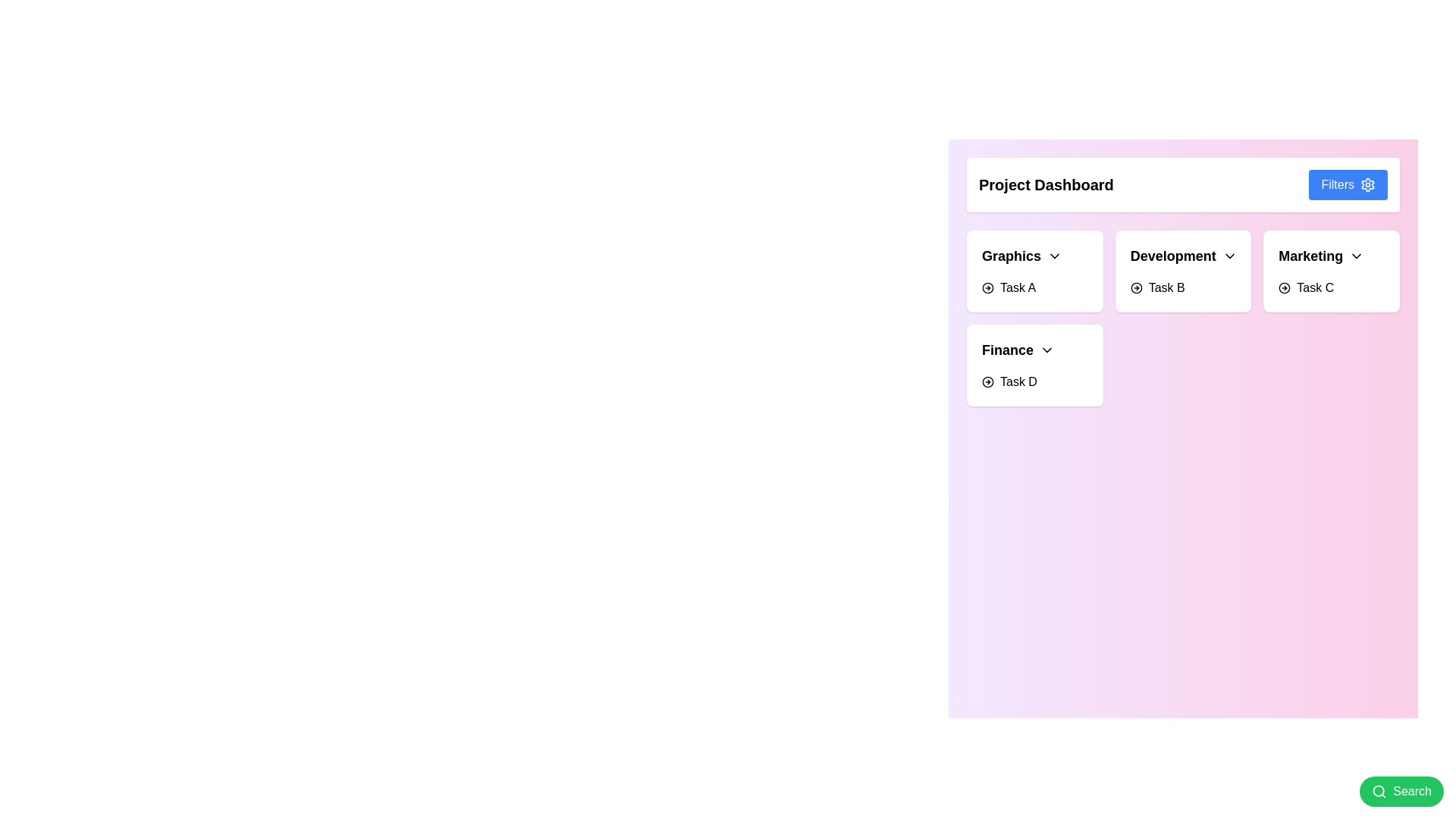 The image size is (1456, 819). Describe the element at coordinates (1136, 288) in the screenshot. I see `the circular vector graphic component associated with 'Task B' located within the 'Development' card on the dashboard` at that location.